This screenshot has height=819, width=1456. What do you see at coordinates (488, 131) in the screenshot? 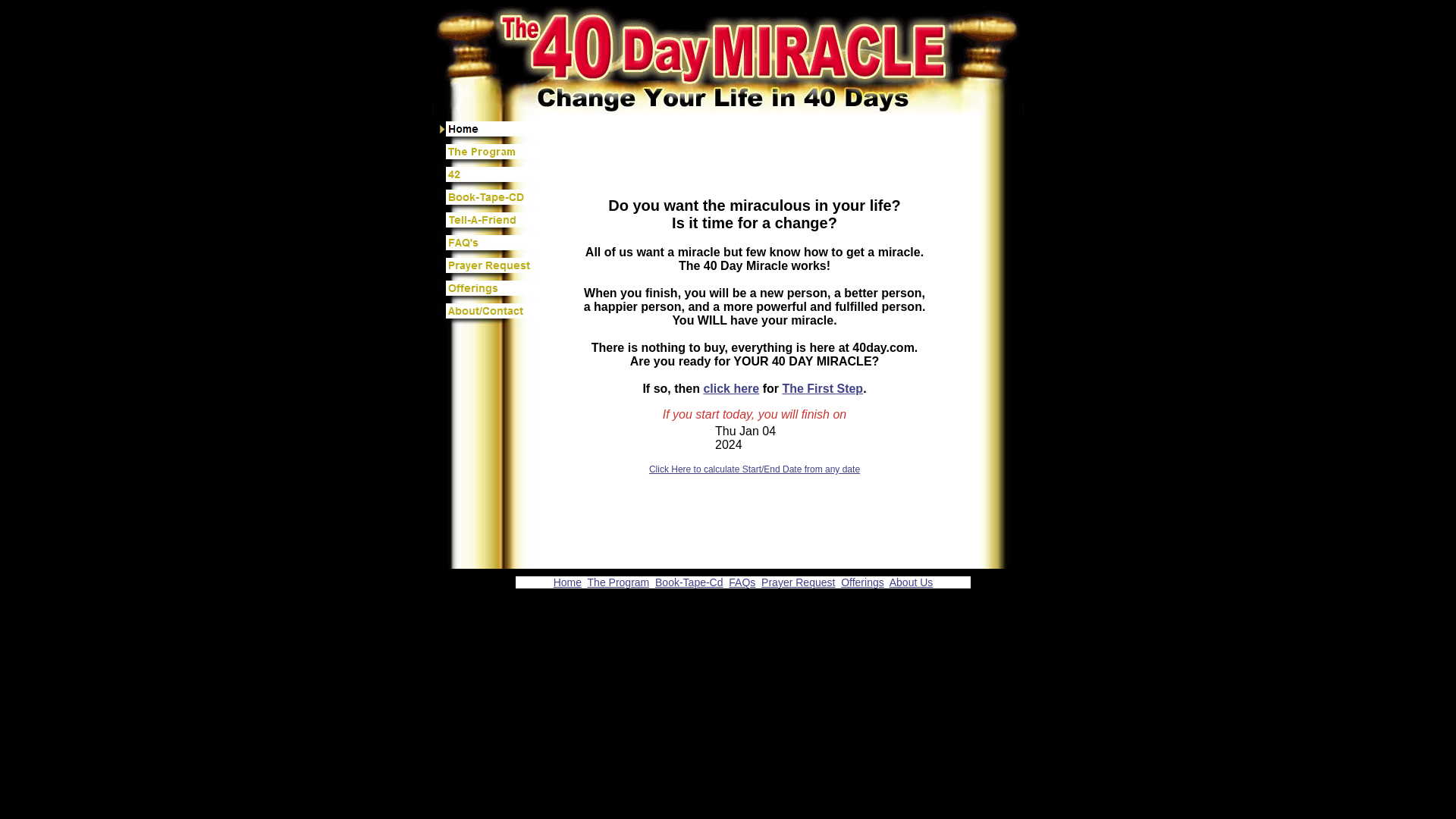
I see `'Home'` at bounding box center [488, 131].